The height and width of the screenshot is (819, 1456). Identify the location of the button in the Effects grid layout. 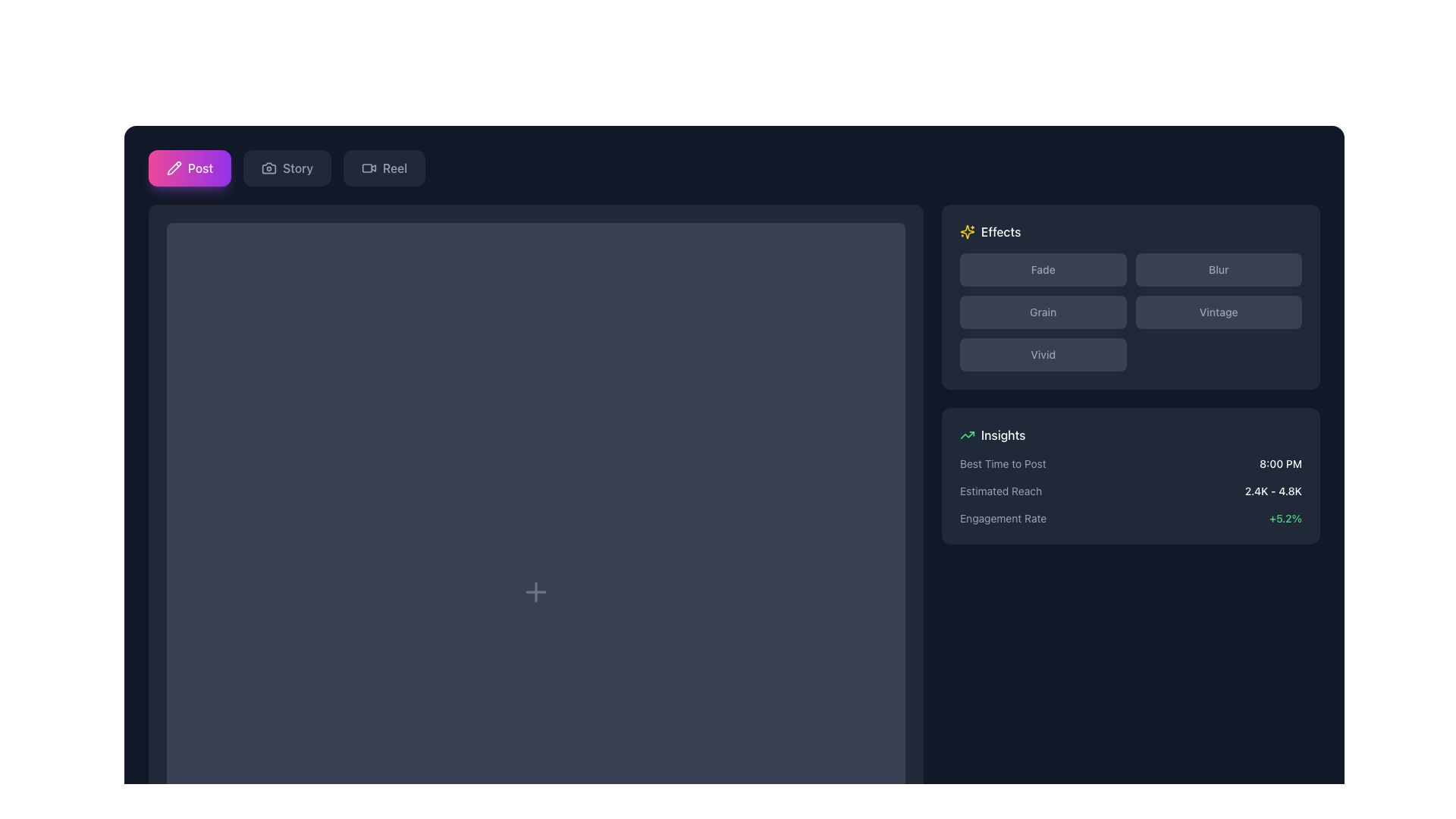
(1131, 312).